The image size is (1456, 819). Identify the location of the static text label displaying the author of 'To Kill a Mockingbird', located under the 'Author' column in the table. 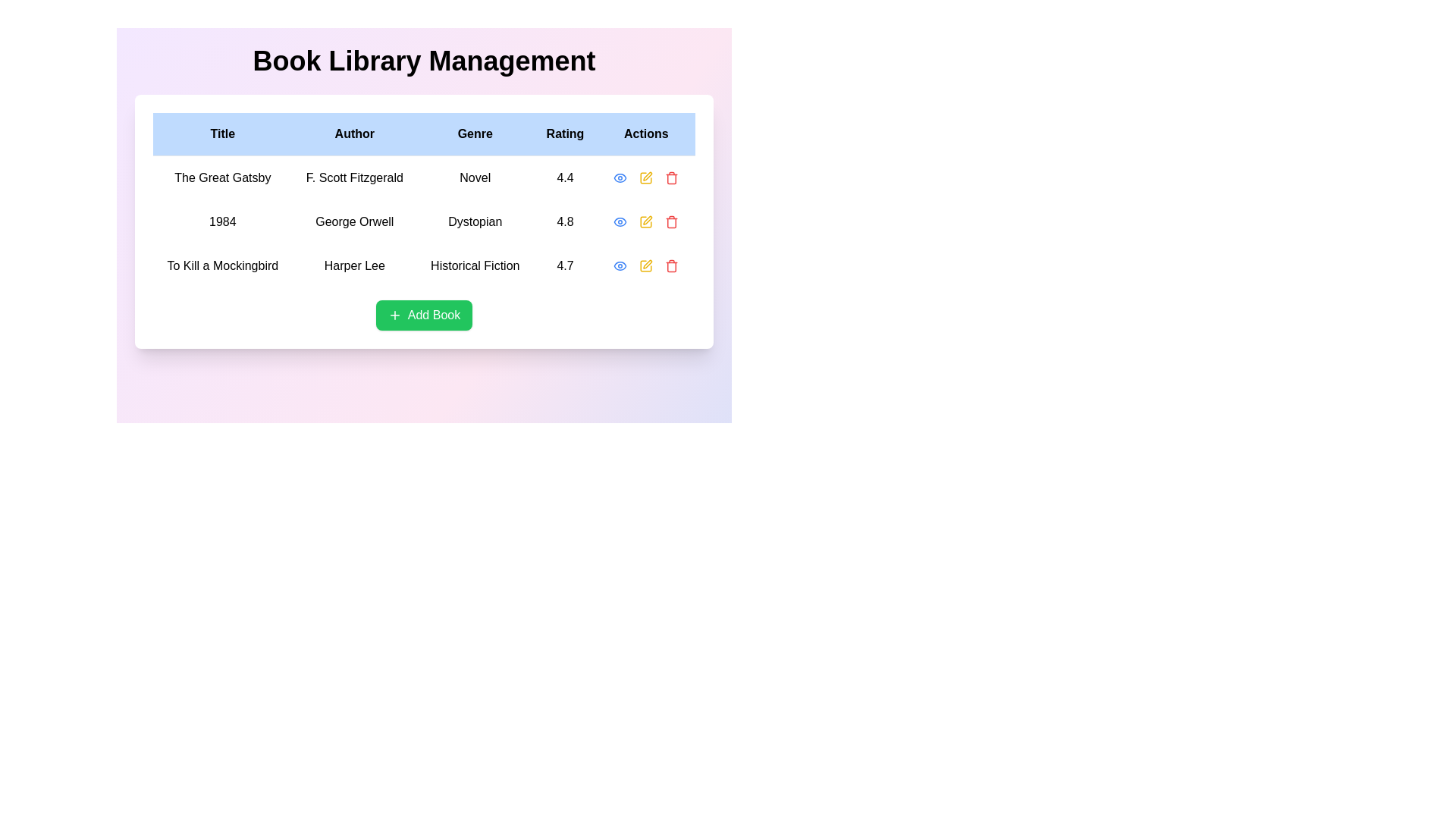
(353, 265).